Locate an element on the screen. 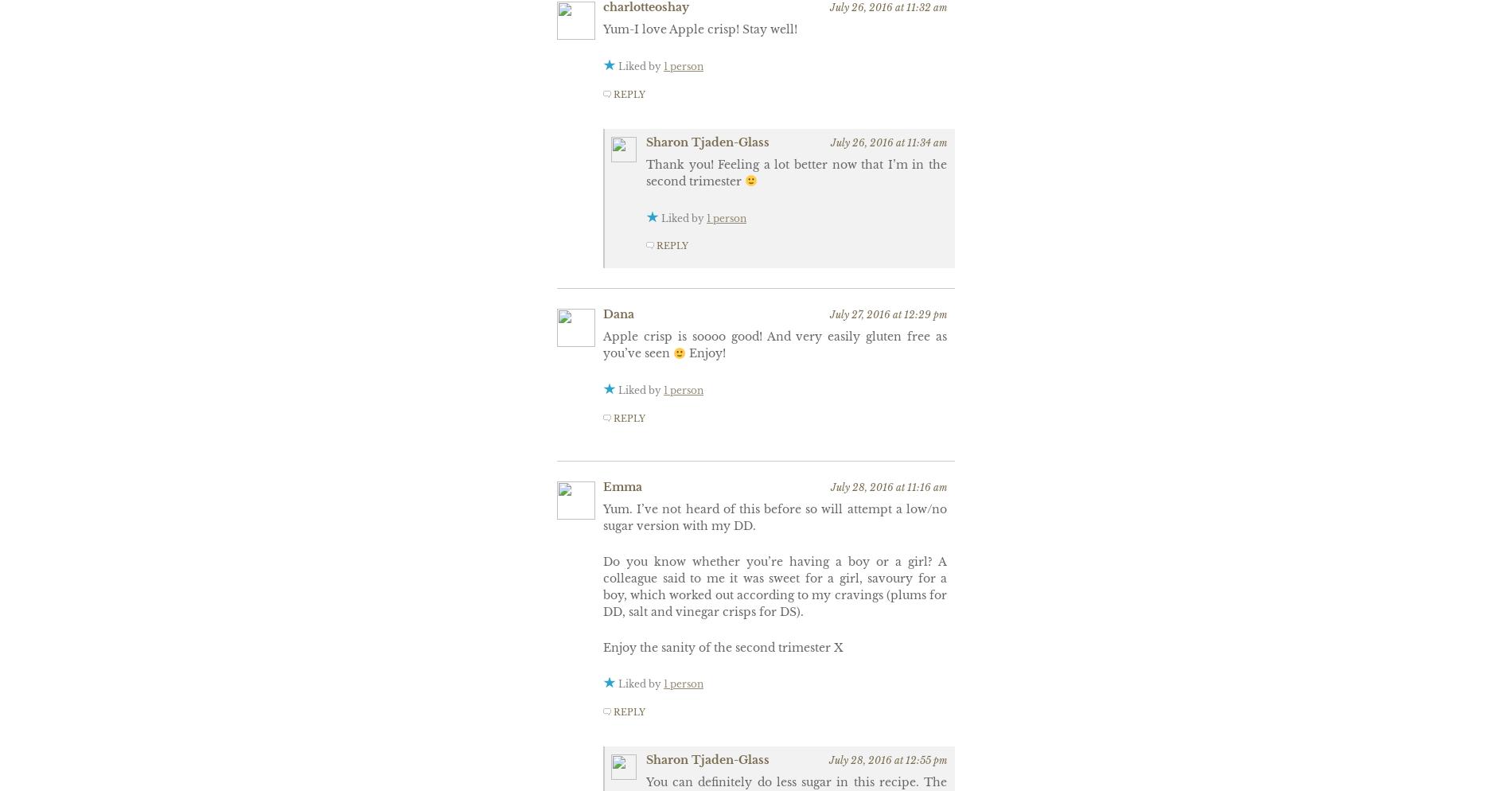  'Yum. I’ve not heard of this before so will attempt a low/no sugar version with my DD.' is located at coordinates (774, 516).